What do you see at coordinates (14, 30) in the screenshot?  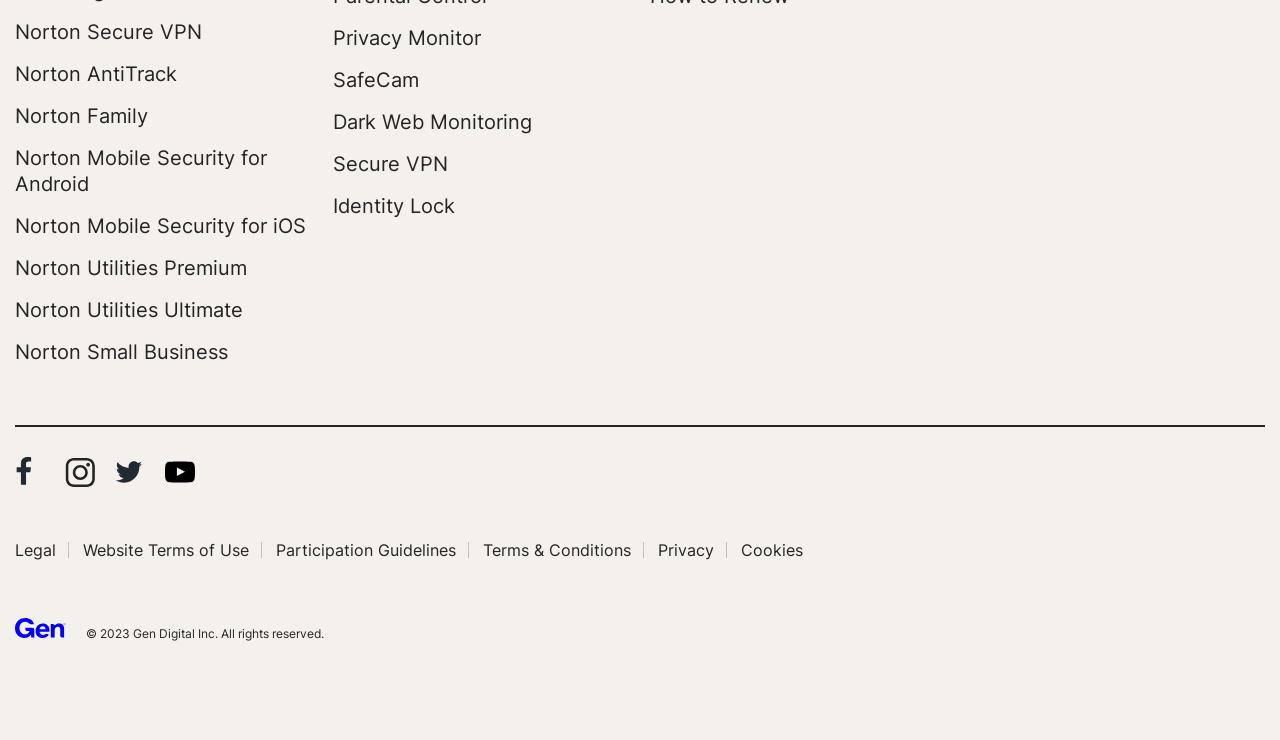 I see `'Norton Secure VPN'` at bounding box center [14, 30].